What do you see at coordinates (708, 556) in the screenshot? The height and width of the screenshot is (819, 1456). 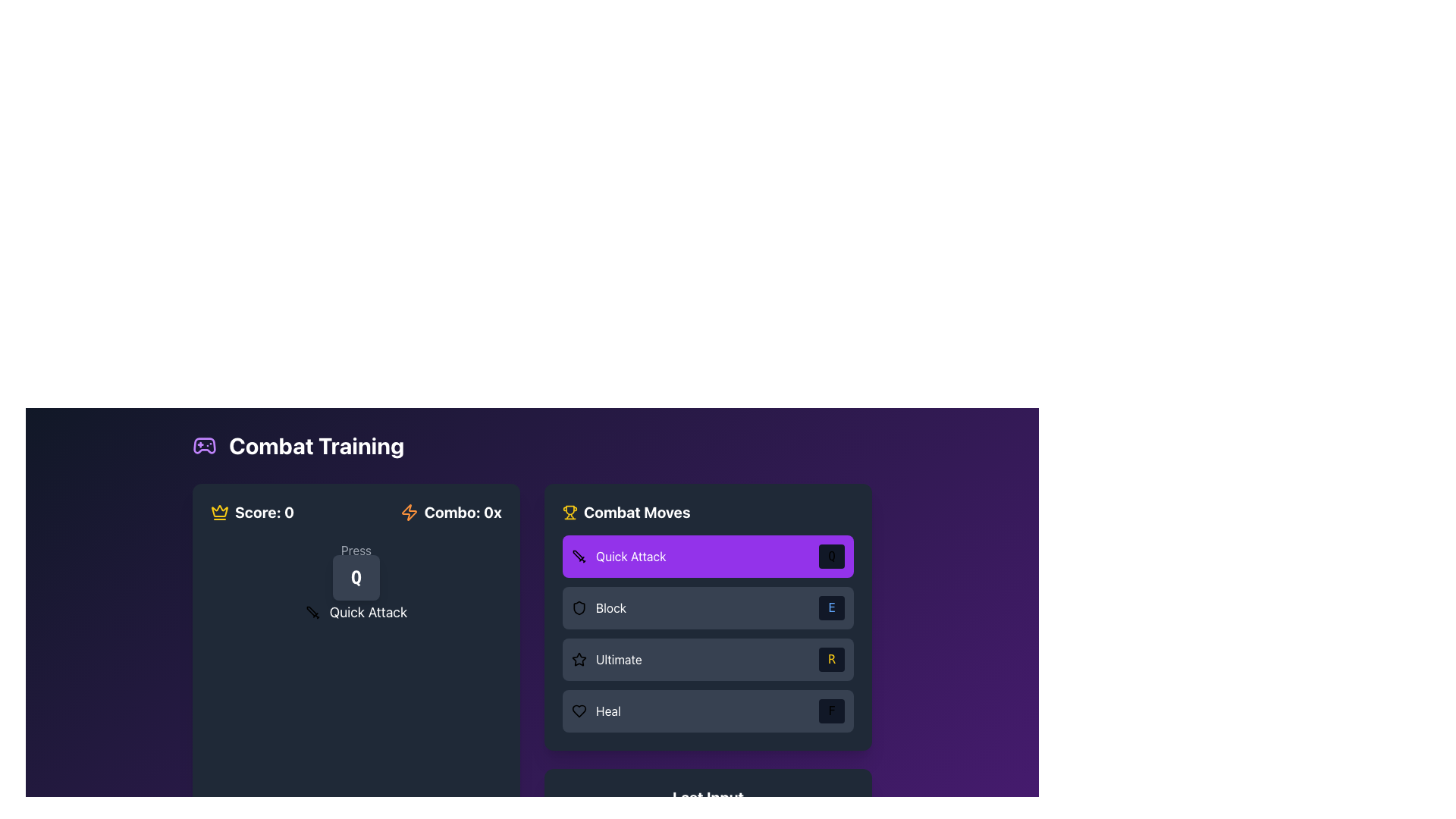 I see `the 'Quick Attack' button, which is the first element in the vertical list under the 'Combat Moves' section` at bounding box center [708, 556].